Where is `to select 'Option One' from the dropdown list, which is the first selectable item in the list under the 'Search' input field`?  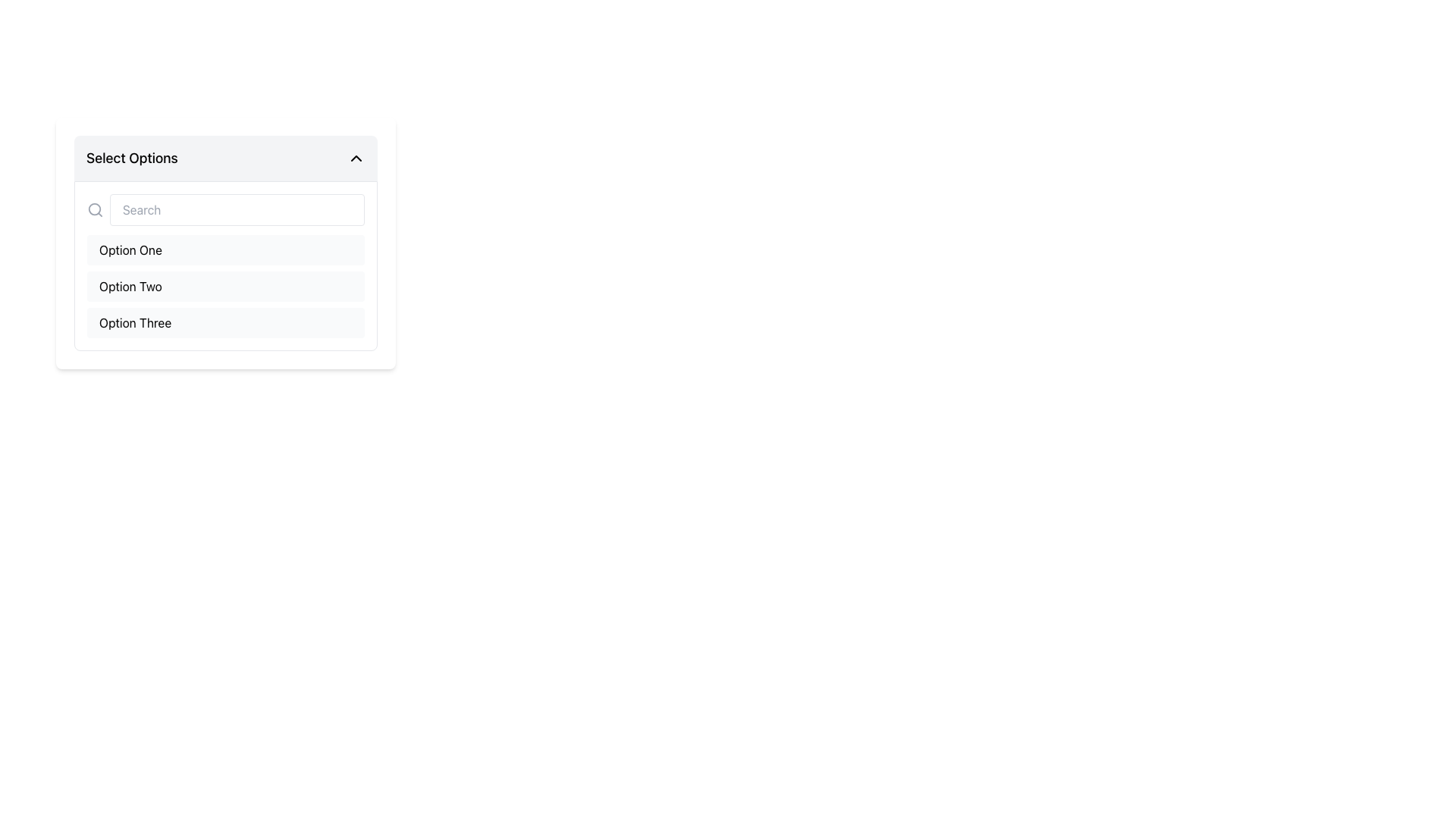
to select 'Option One' from the dropdown list, which is the first selectable item in the list under the 'Search' input field is located at coordinates (130, 249).